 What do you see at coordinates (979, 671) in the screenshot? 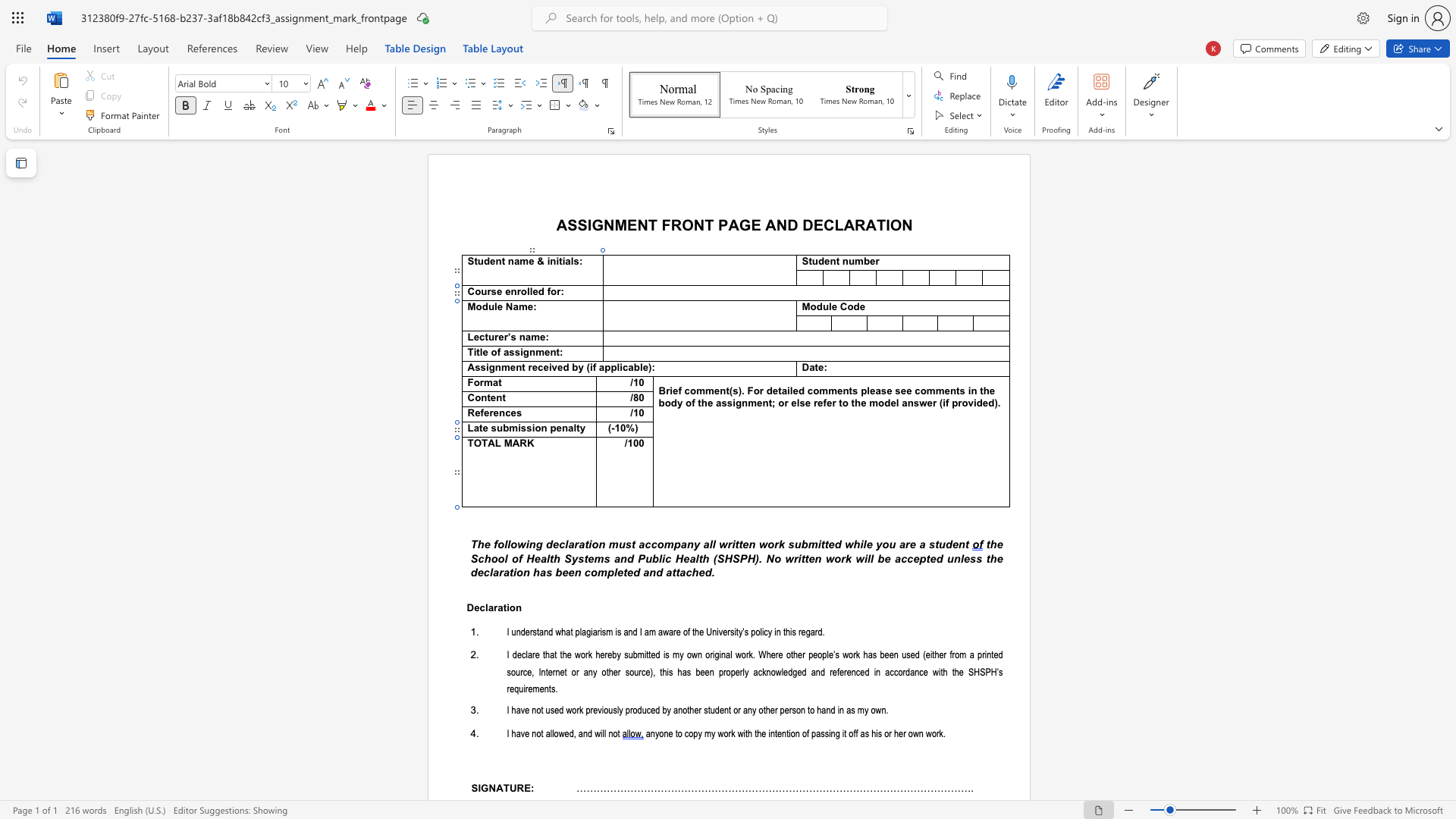
I see `the space between the continuous character "H" and "S" in the text` at bounding box center [979, 671].